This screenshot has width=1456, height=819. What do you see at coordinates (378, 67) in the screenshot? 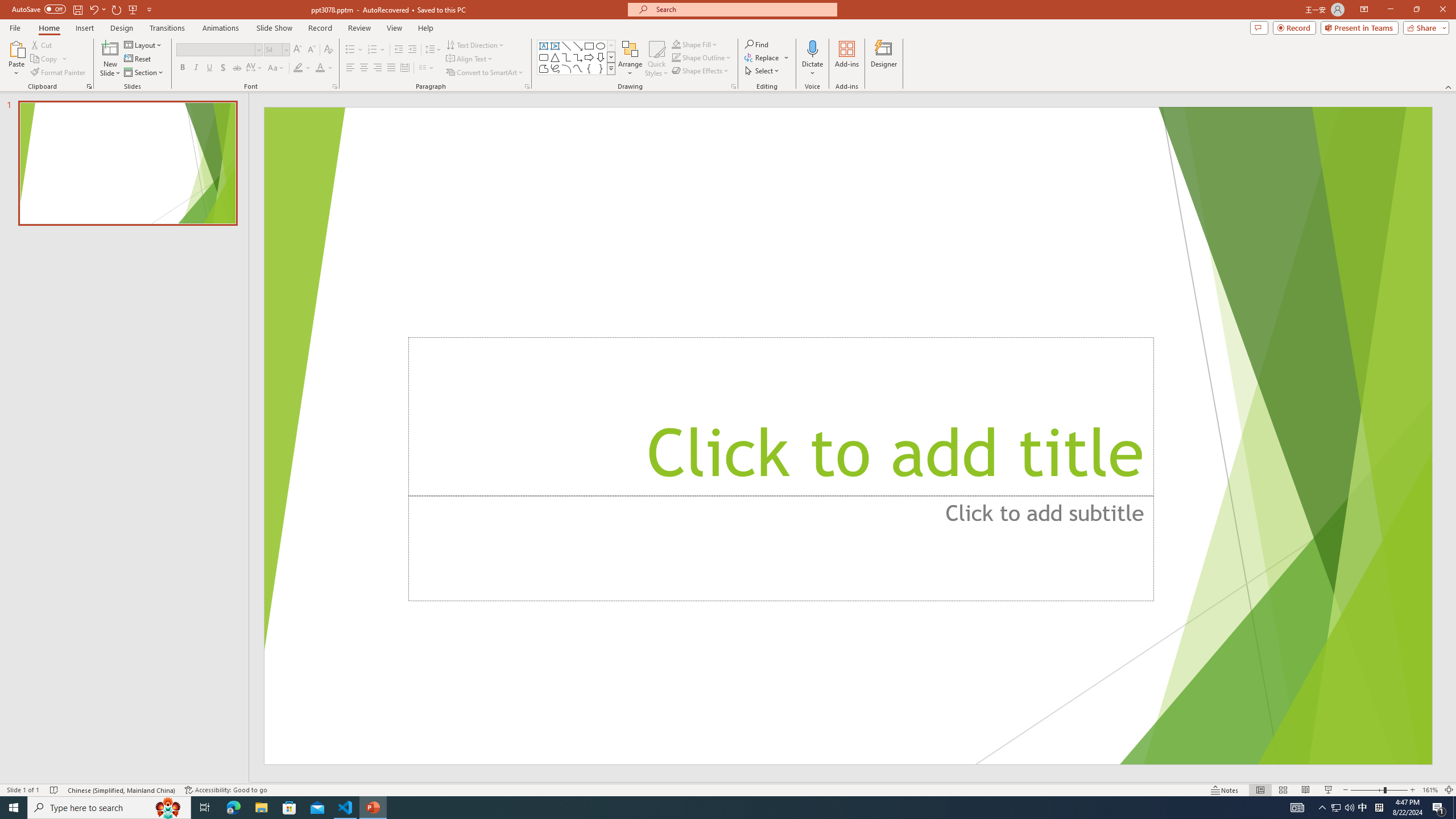
I see `'Align Right'` at bounding box center [378, 67].